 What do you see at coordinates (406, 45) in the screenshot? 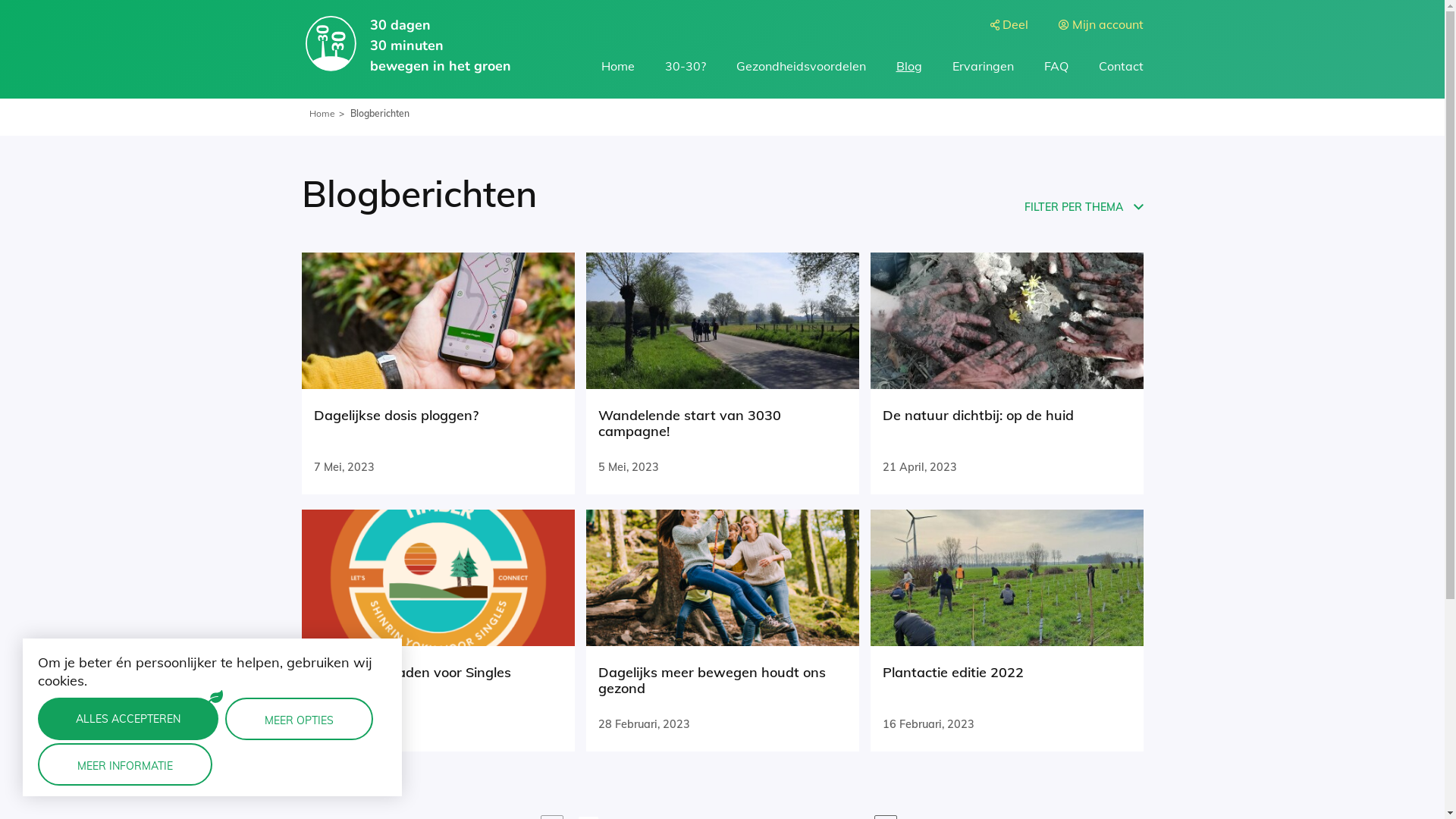
I see `'30 dagen` at bounding box center [406, 45].